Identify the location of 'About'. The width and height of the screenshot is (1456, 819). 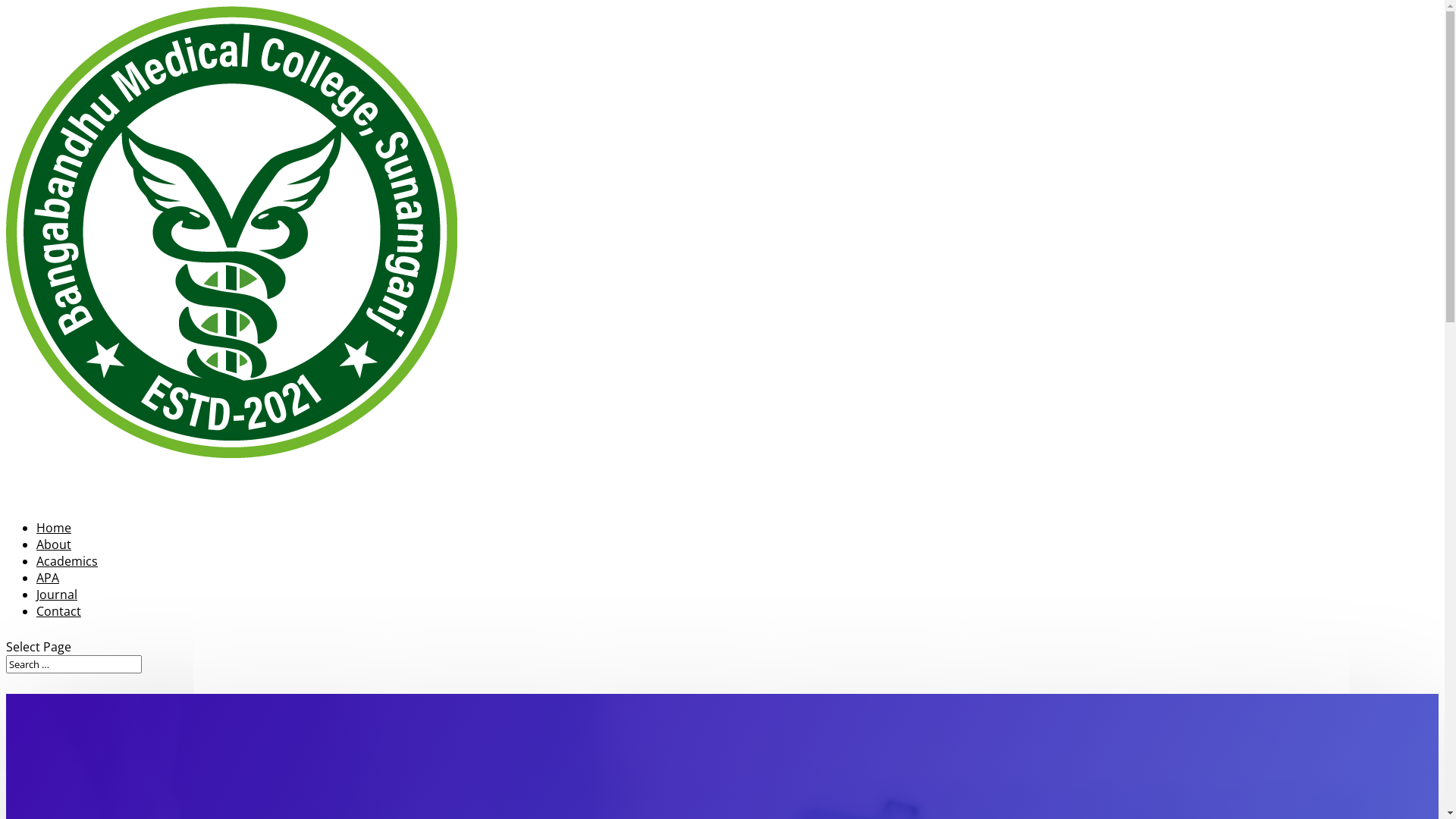
(54, 567).